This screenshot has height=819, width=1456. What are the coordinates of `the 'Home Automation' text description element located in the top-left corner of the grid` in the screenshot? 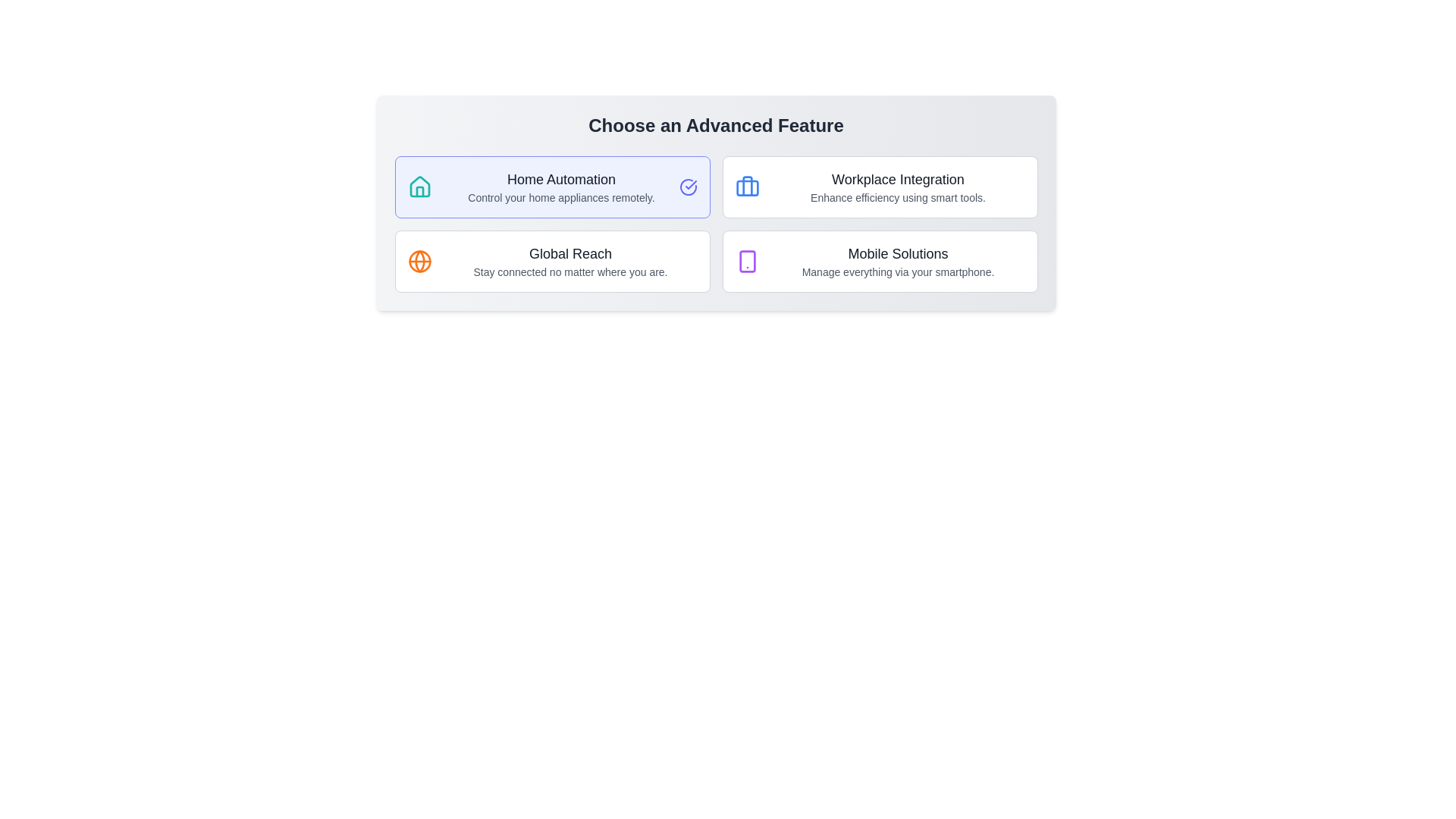 It's located at (560, 186).